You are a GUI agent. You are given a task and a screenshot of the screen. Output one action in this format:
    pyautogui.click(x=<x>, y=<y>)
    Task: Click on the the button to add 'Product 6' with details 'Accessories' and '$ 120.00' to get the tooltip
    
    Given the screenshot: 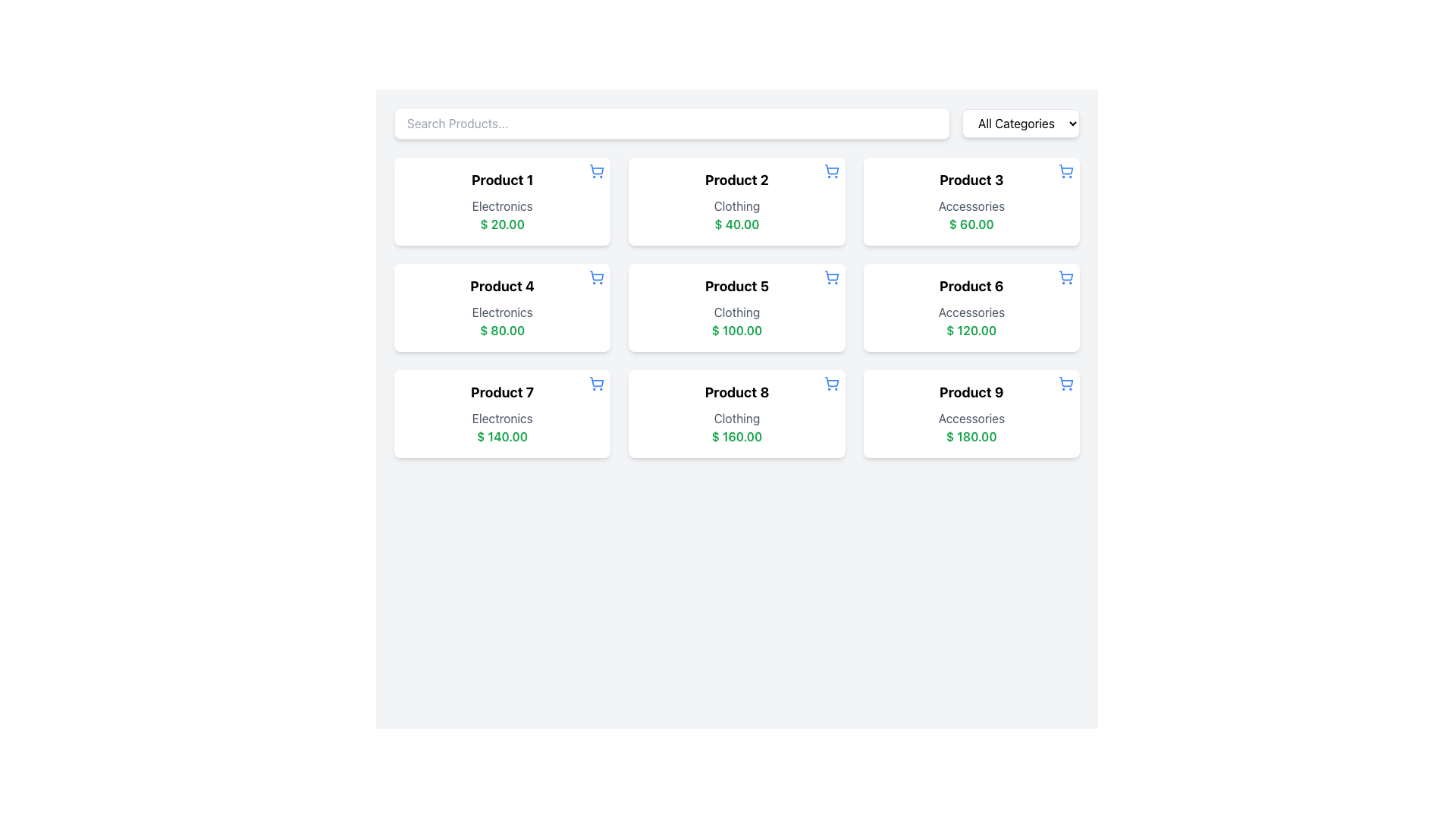 What is the action you would take?
    pyautogui.click(x=1065, y=278)
    